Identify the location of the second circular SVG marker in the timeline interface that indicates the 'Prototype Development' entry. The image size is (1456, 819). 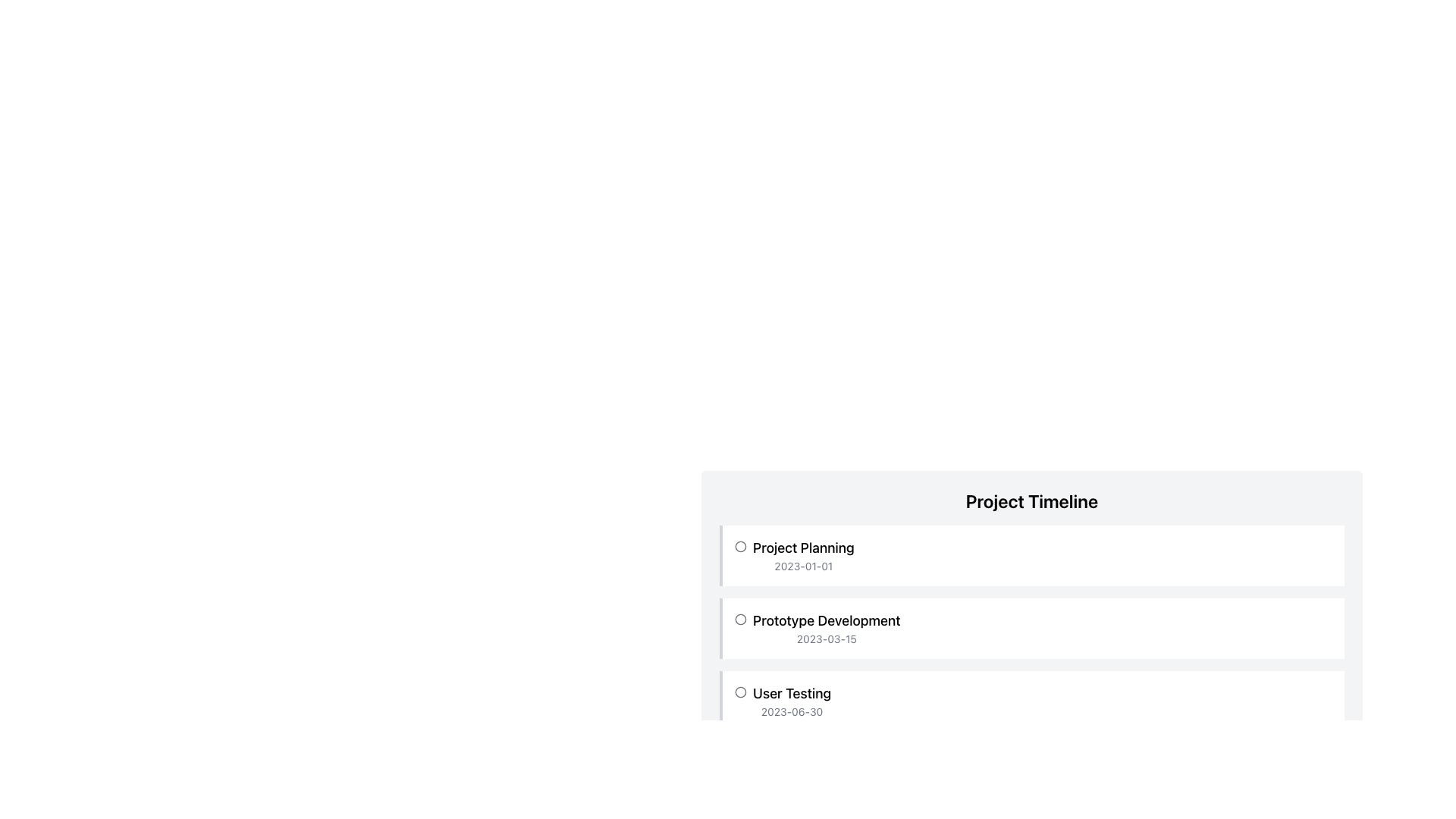
(741, 620).